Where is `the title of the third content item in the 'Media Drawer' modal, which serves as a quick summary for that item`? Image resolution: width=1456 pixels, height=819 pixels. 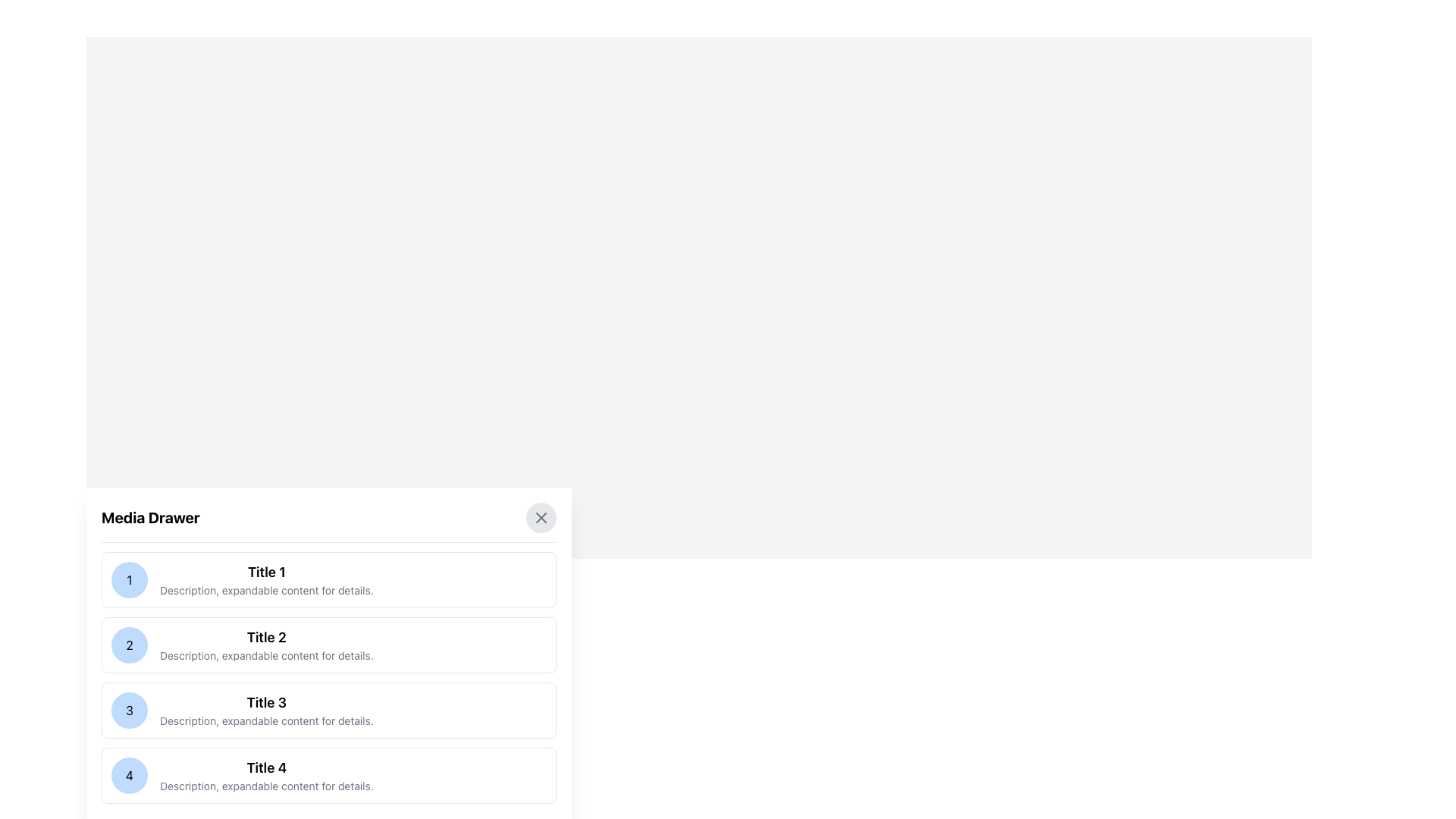
the title of the third content item in the 'Media Drawer' modal, which serves as a quick summary for that item is located at coordinates (266, 702).